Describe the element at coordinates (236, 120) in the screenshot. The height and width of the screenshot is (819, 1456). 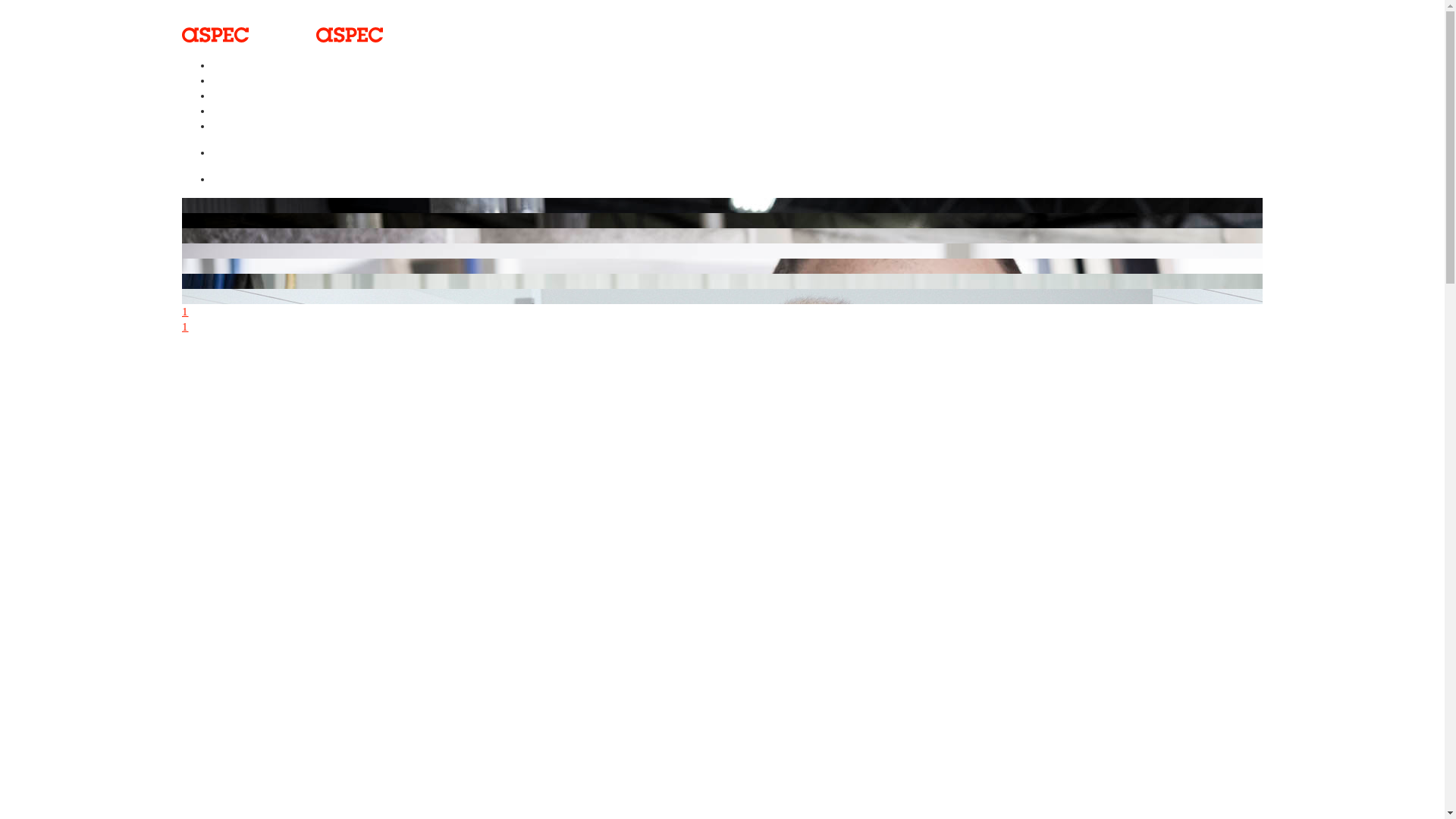
I see `'Career'` at that location.